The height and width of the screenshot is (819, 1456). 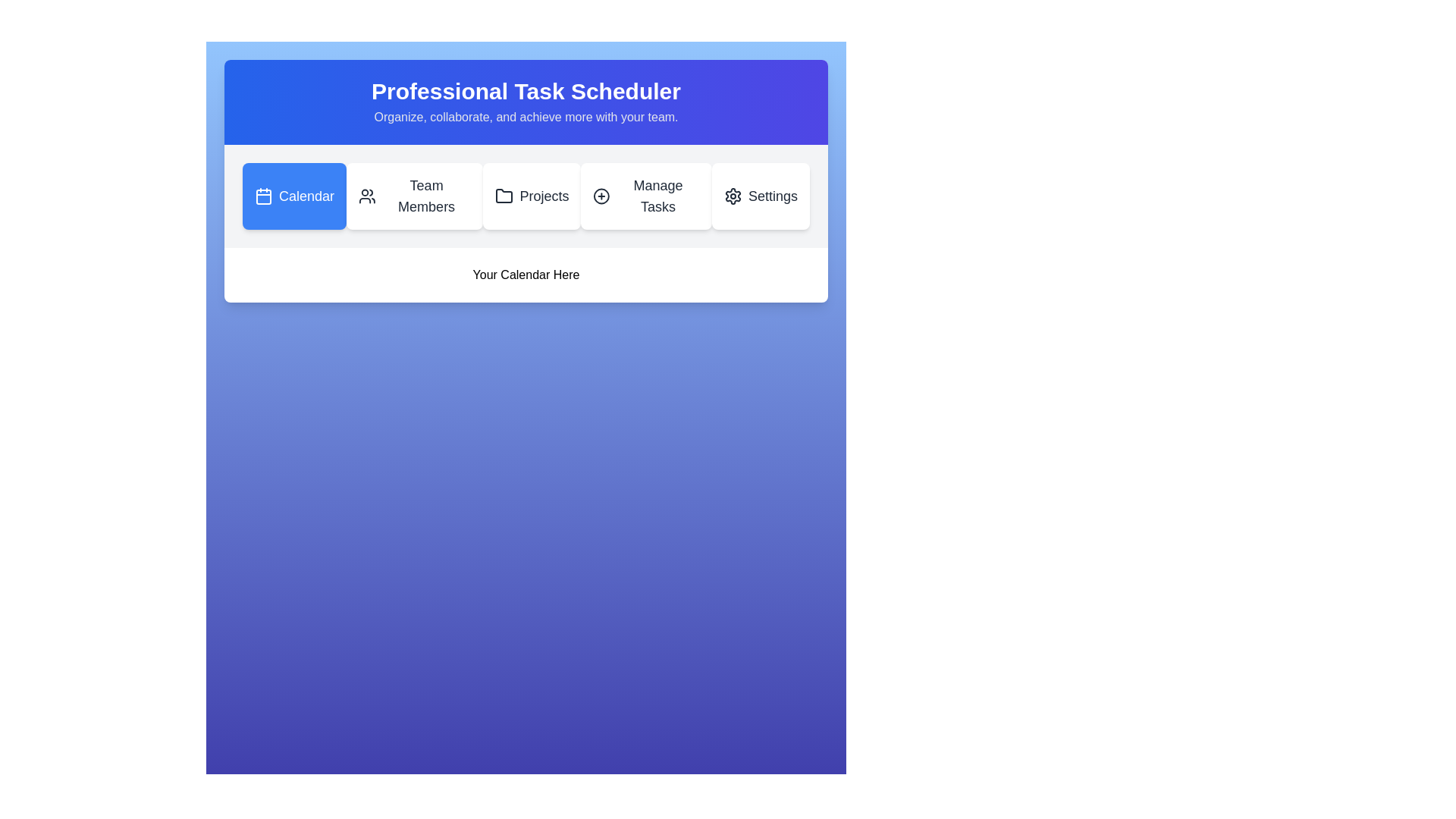 What do you see at coordinates (263, 195) in the screenshot?
I see `the small, minimalist calendar icon located to the left of the 'Calendar' text in the first button of the navigation bar, which features a blue fill color and a rectangular outline` at bounding box center [263, 195].